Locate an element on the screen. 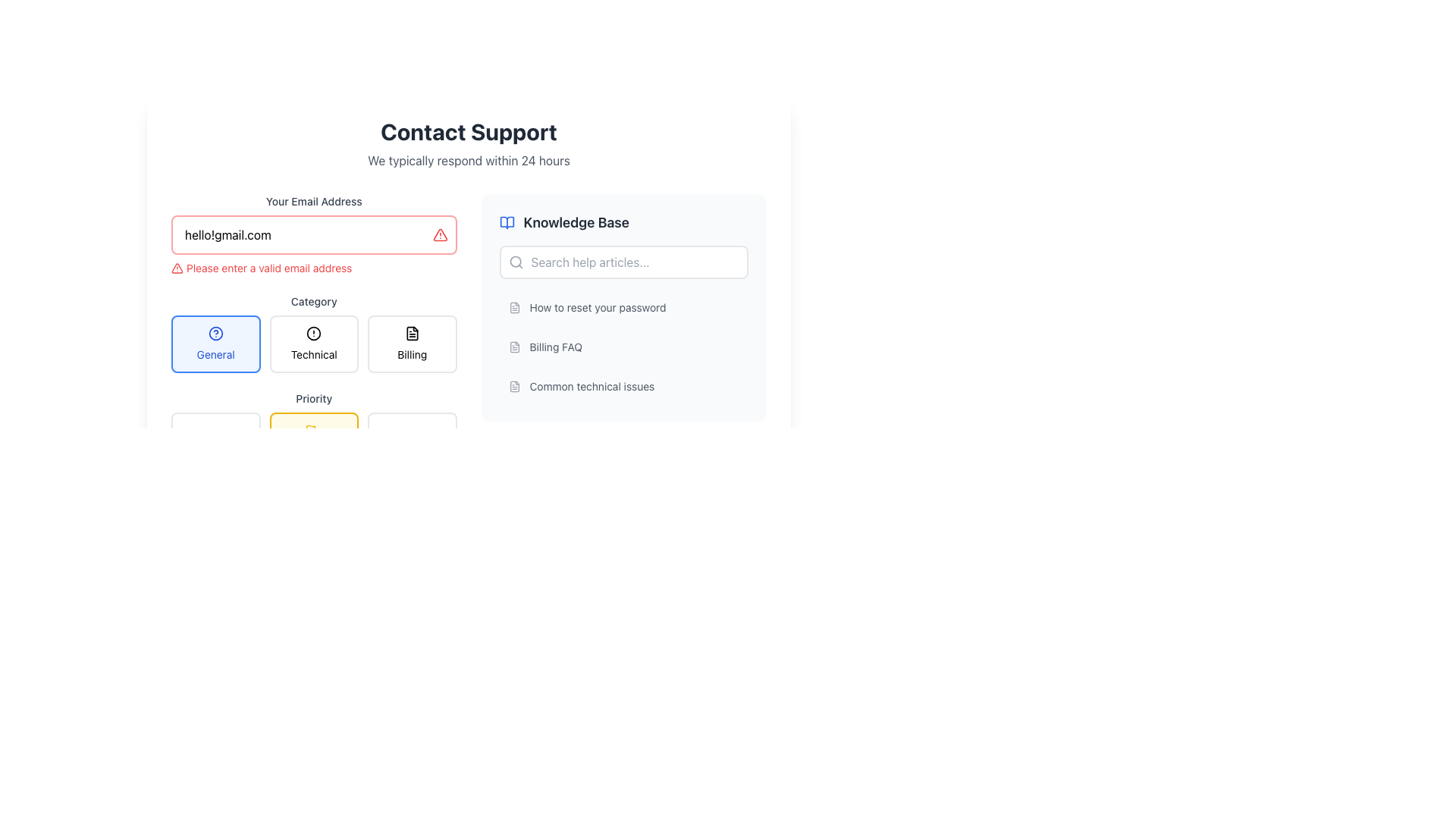 Image resolution: width=1456 pixels, height=819 pixels. the 'Knowledge Base' text header, which is visually prominent with bold text and located adjacent to a blue book icon in the sidebar is located at coordinates (576, 222).